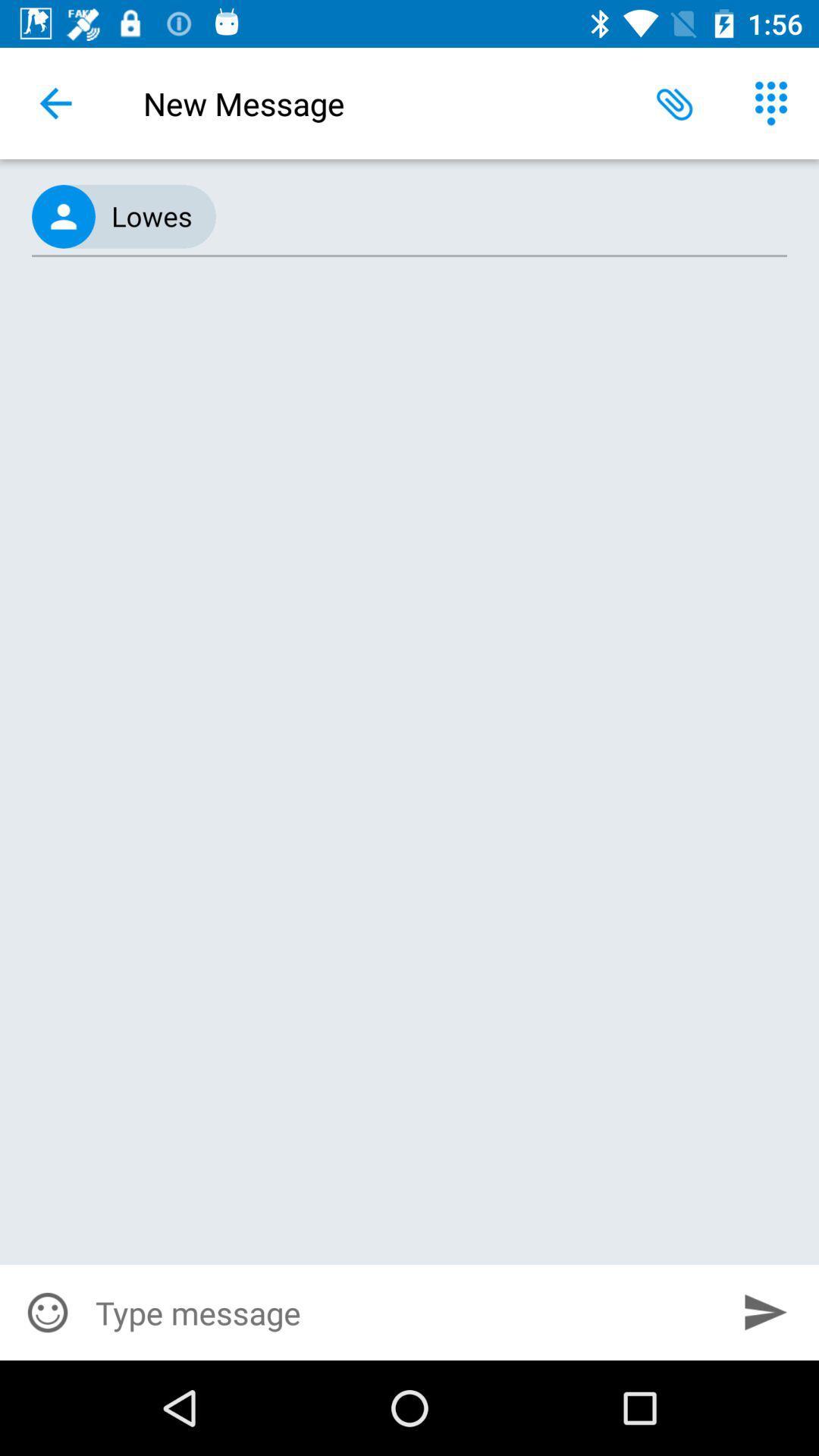 Image resolution: width=819 pixels, height=1456 pixels. Describe the element at coordinates (675, 102) in the screenshot. I see `the icon next to new message icon` at that location.